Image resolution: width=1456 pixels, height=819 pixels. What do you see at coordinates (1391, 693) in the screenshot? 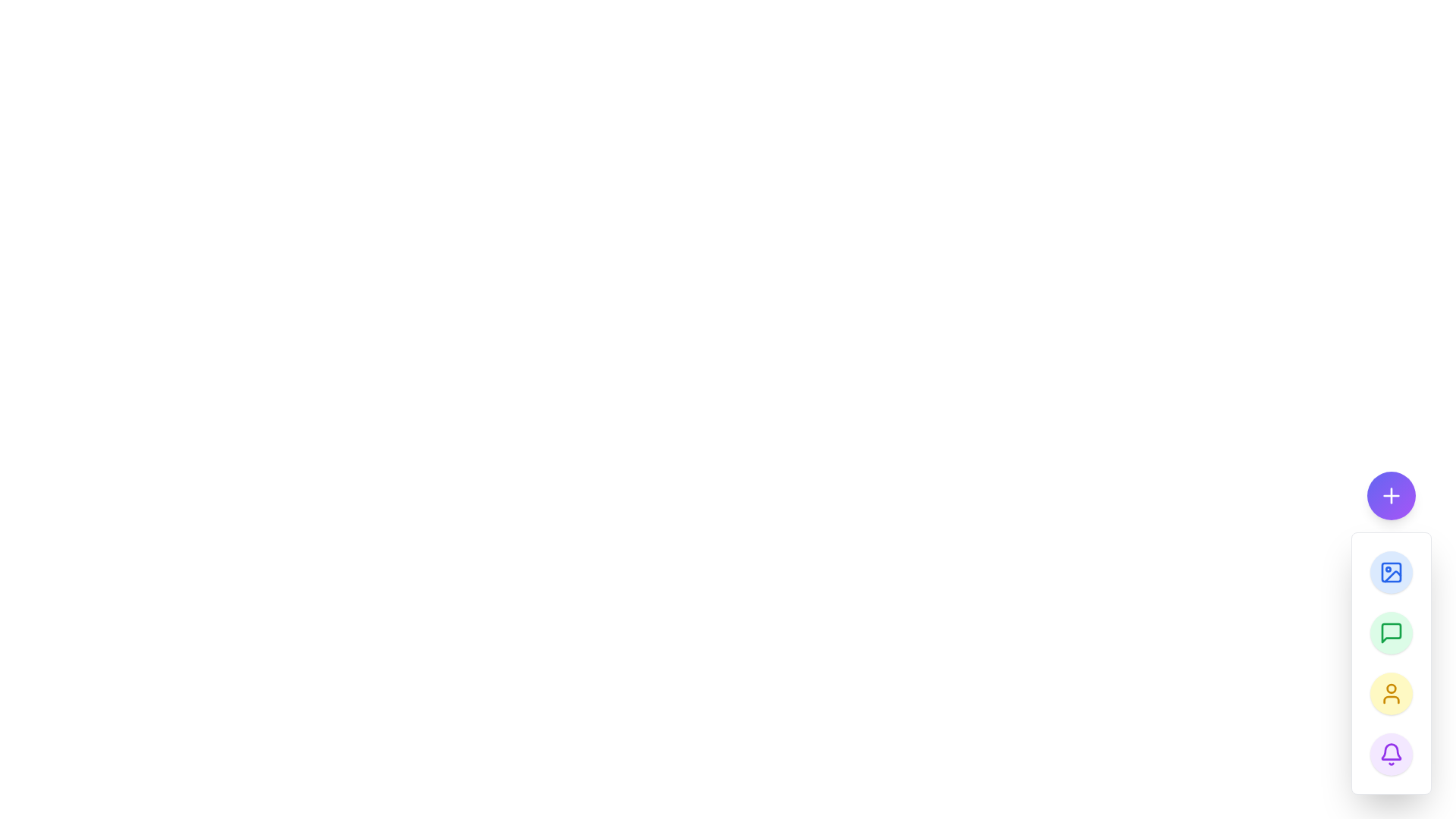
I see `the circular button with a yellow background and a dark yellow user icon, located third from the top in a vertical series of buttons` at bounding box center [1391, 693].